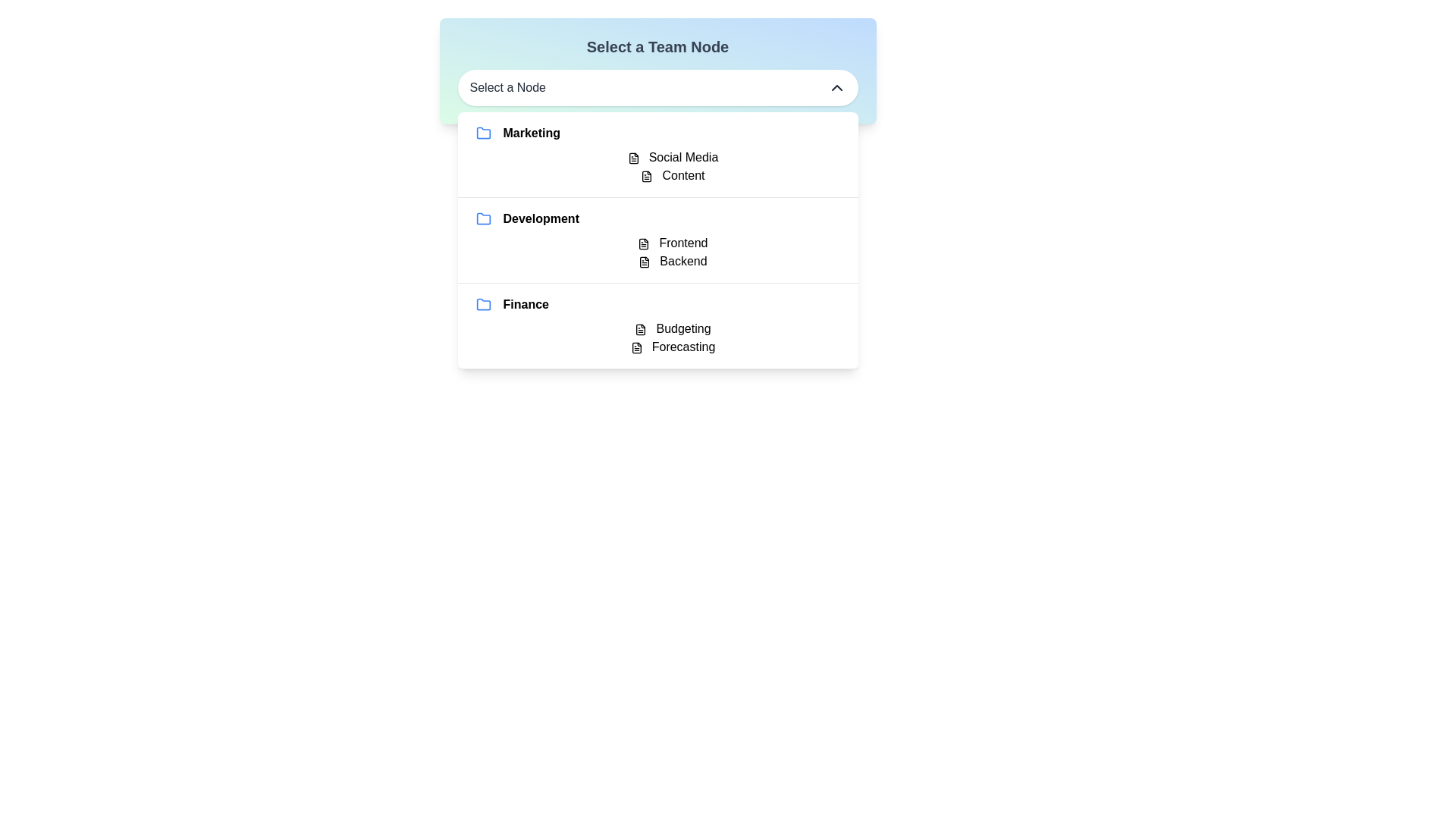 The height and width of the screenshot is (819, 1456). Describe the element at coordinates (532, 133) in the screenshot. I see `text label for the 'Marketing' team node, which is positioned immediately to the right of the blue folder icon in the dropdown under the 'Select a Team Node' section` at that location.